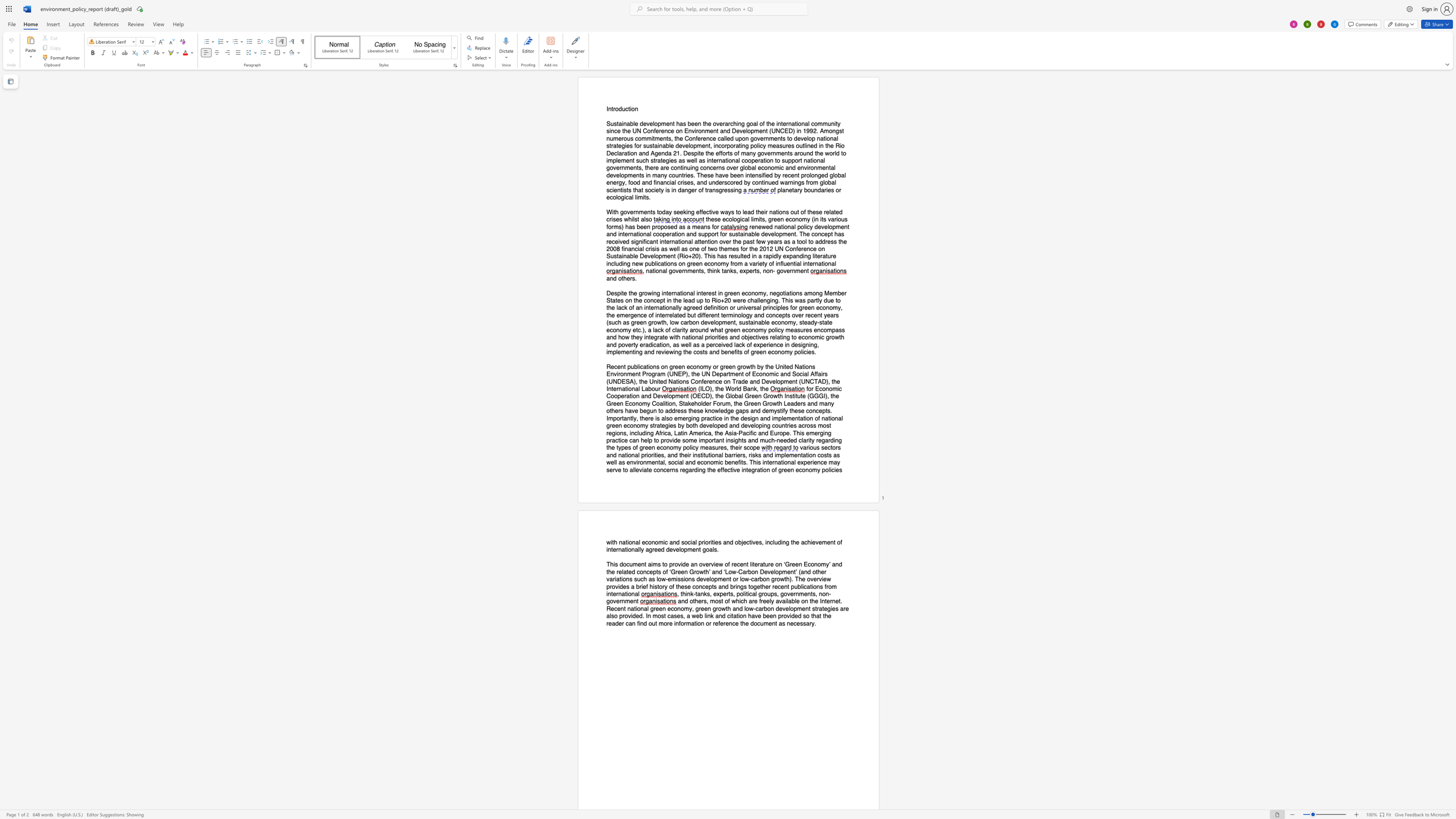 The height and width of the screenshot is (819, 1456). I want to click on the 8th character "v" in the text, so click(614, 175).